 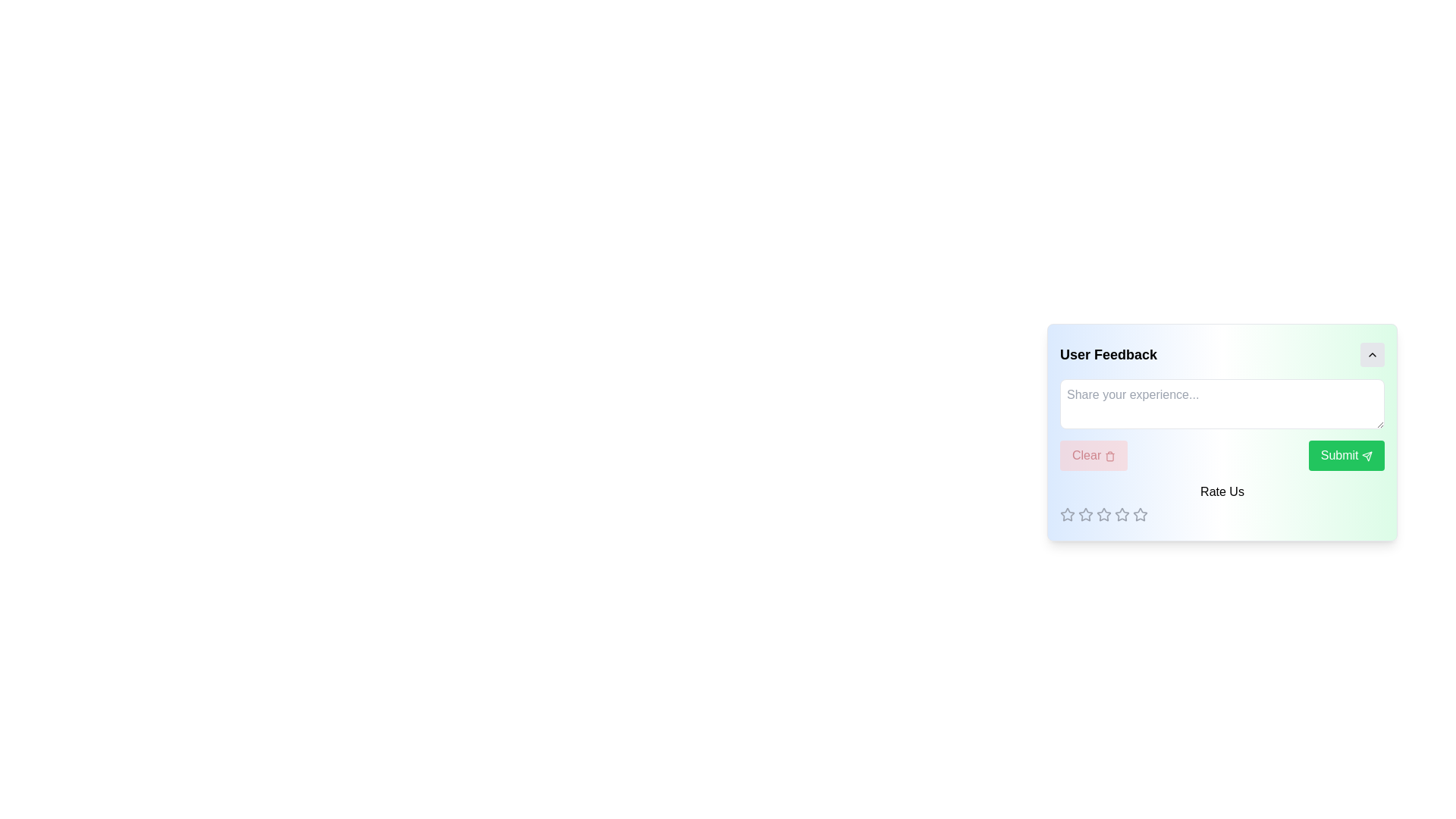 What do you see at coordinates (1372, 354) in the screenshot?
I see `the chevron-up icon located in the top-right corner of the feedback interface` at bounding box center [1372, 354].